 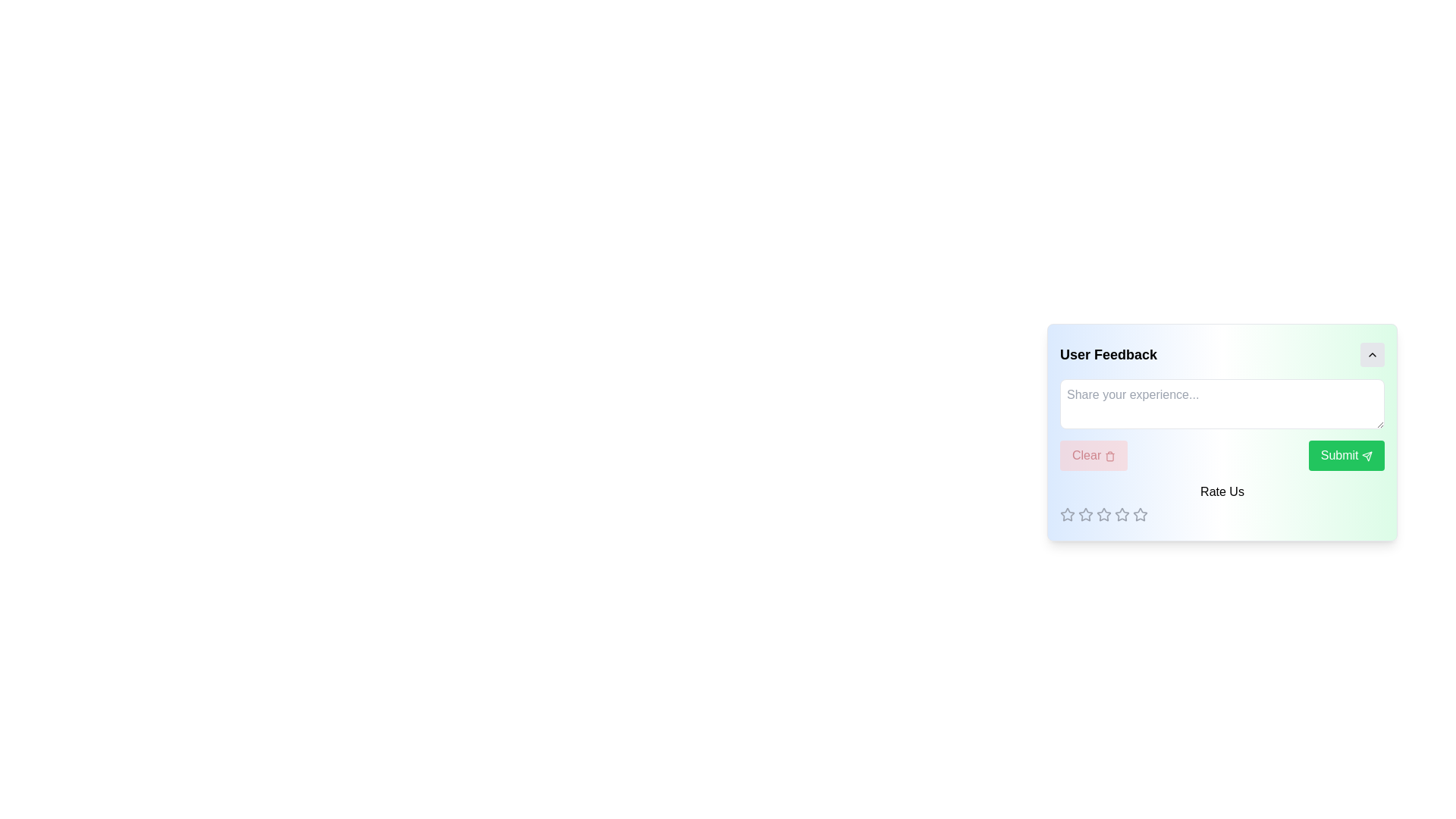 What do you see at coordinates (1372, 354) in the screenshot?
I see `the chevron-up icon located in the top-right corner of the feedback interface` at bounding box center [1372, 354].